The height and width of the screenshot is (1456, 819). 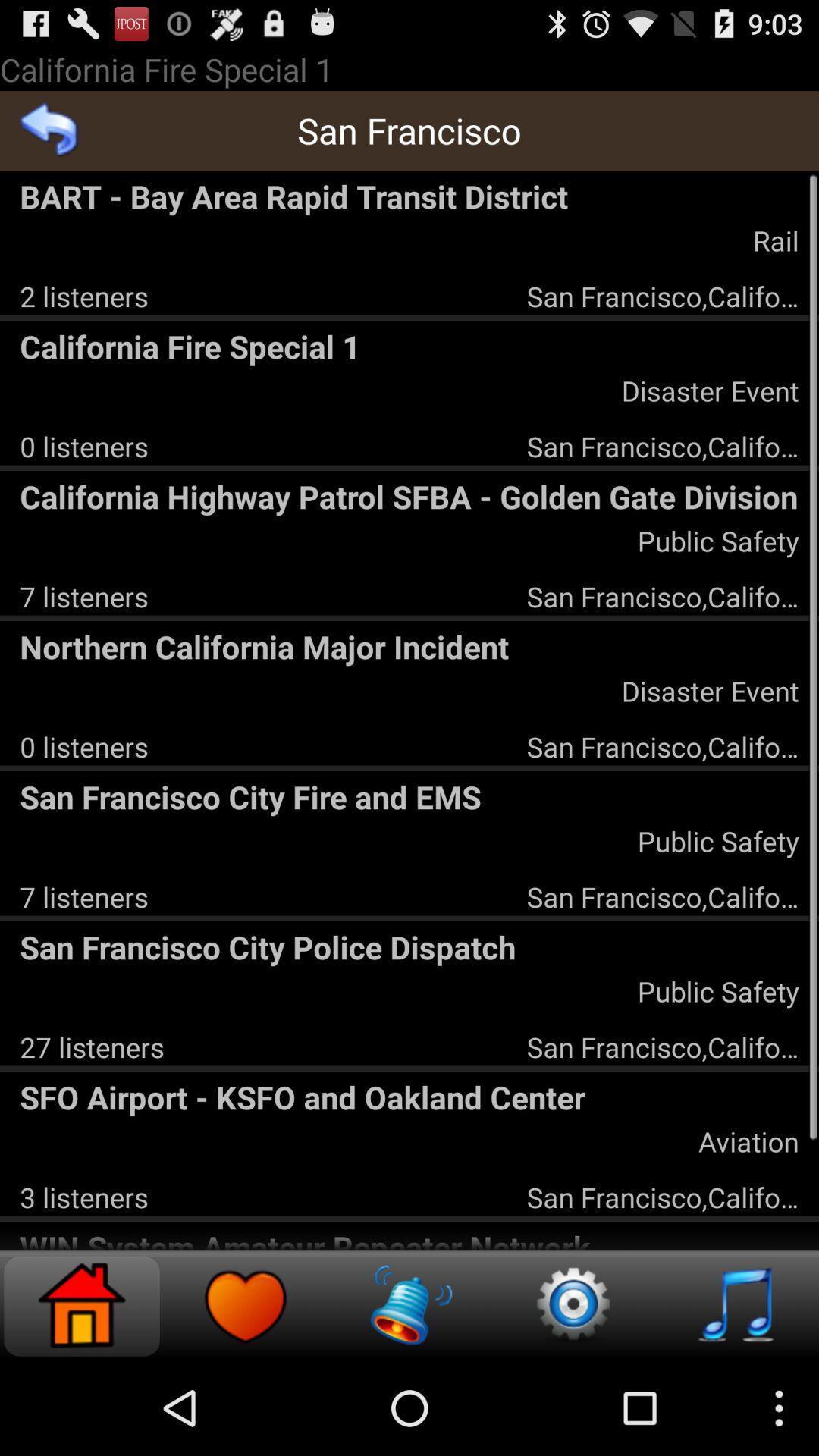 I want to click on the bart bay area item, so click(x=409, y=195).